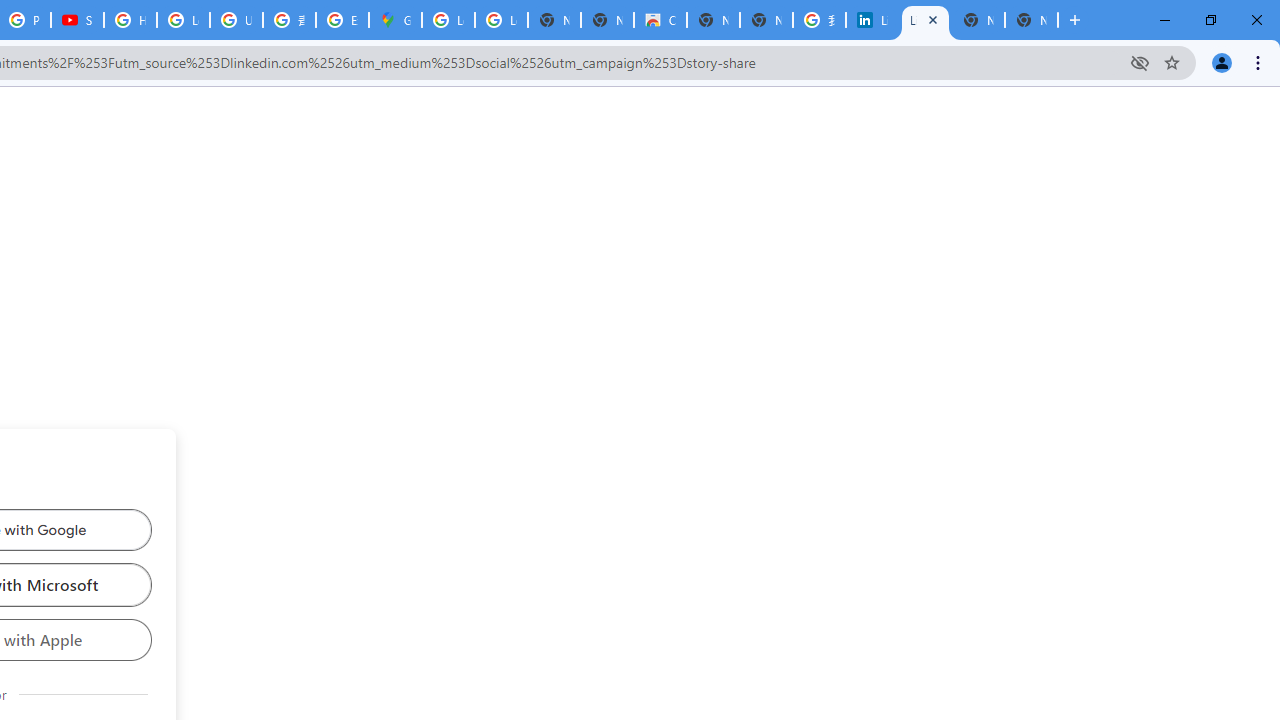 The width and height of the screenshot is (1280, 720). What do you see at coordinates (342, 20) in the screenshot?
I see `'Explore new street-level details - Google Maps Help'` at bounding box center [342, 20].